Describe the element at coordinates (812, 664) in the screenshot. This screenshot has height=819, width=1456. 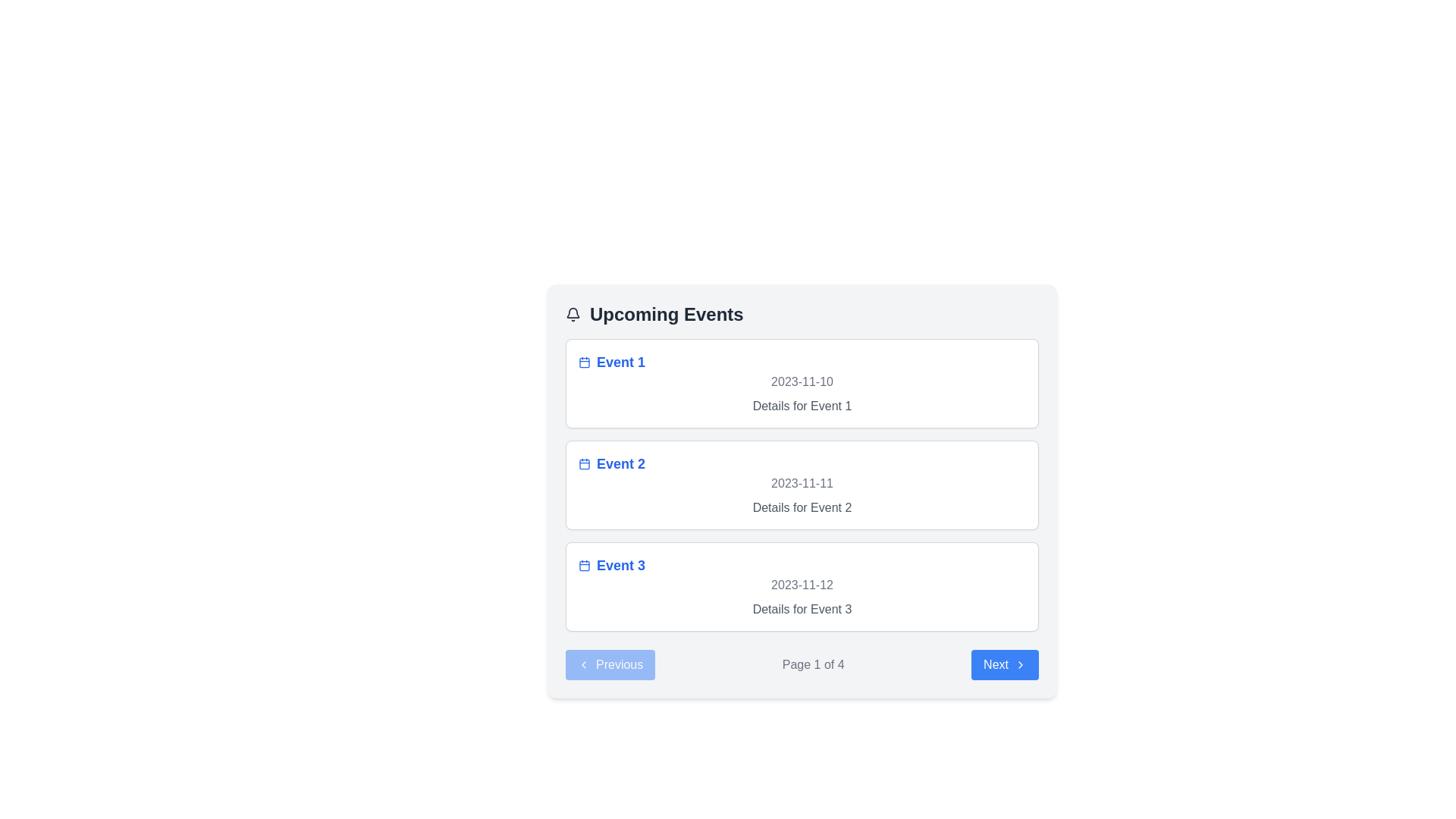
I see `the static text indicator displaying 'Page 1 of 4', which is styled with a gray color and located between the 'Previous' and 'Next' buttons below the 'Upcoming Events' list` at that location.